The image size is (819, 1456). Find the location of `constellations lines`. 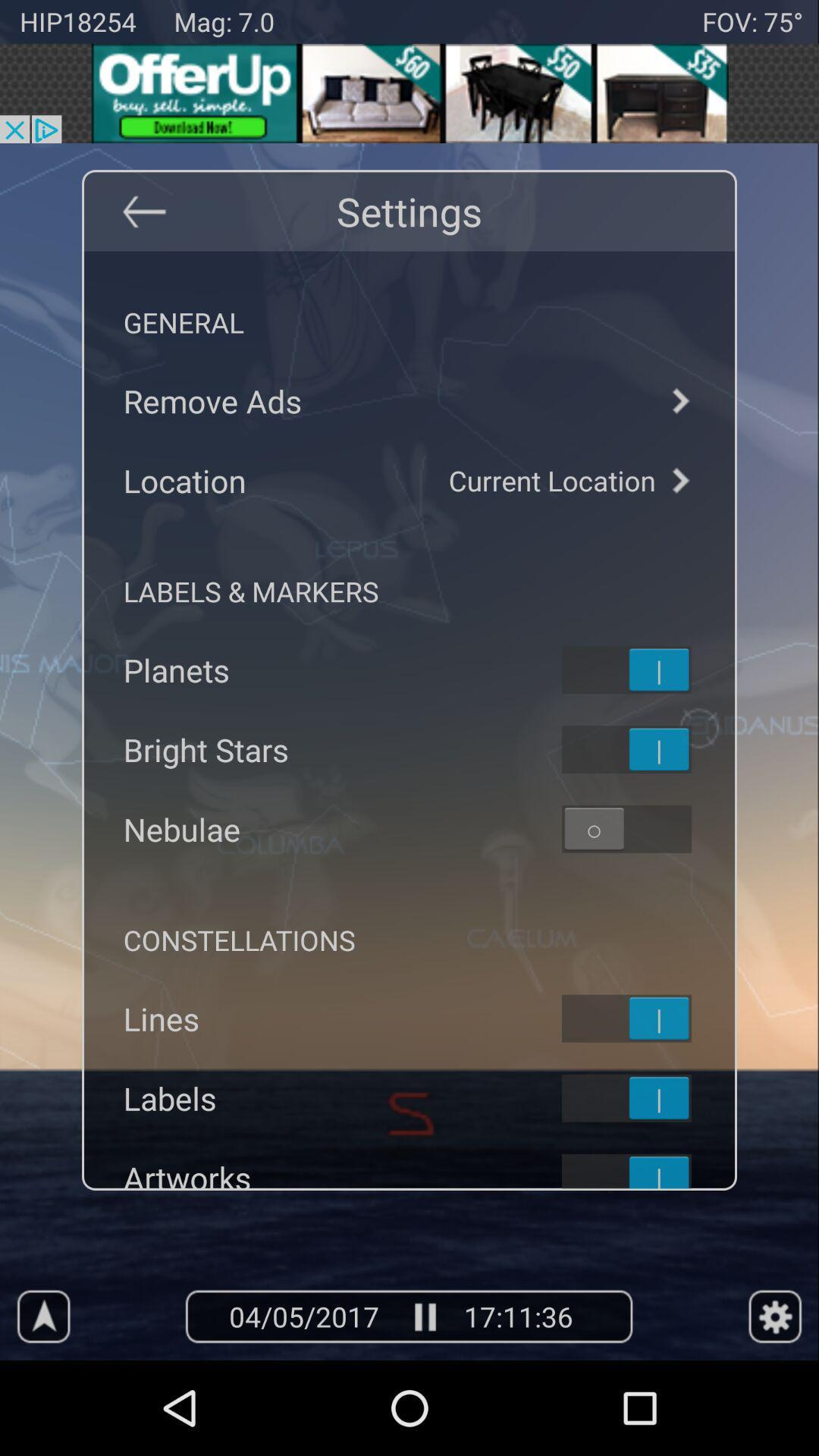

constellations lines is located at coordinates (646, 1018).